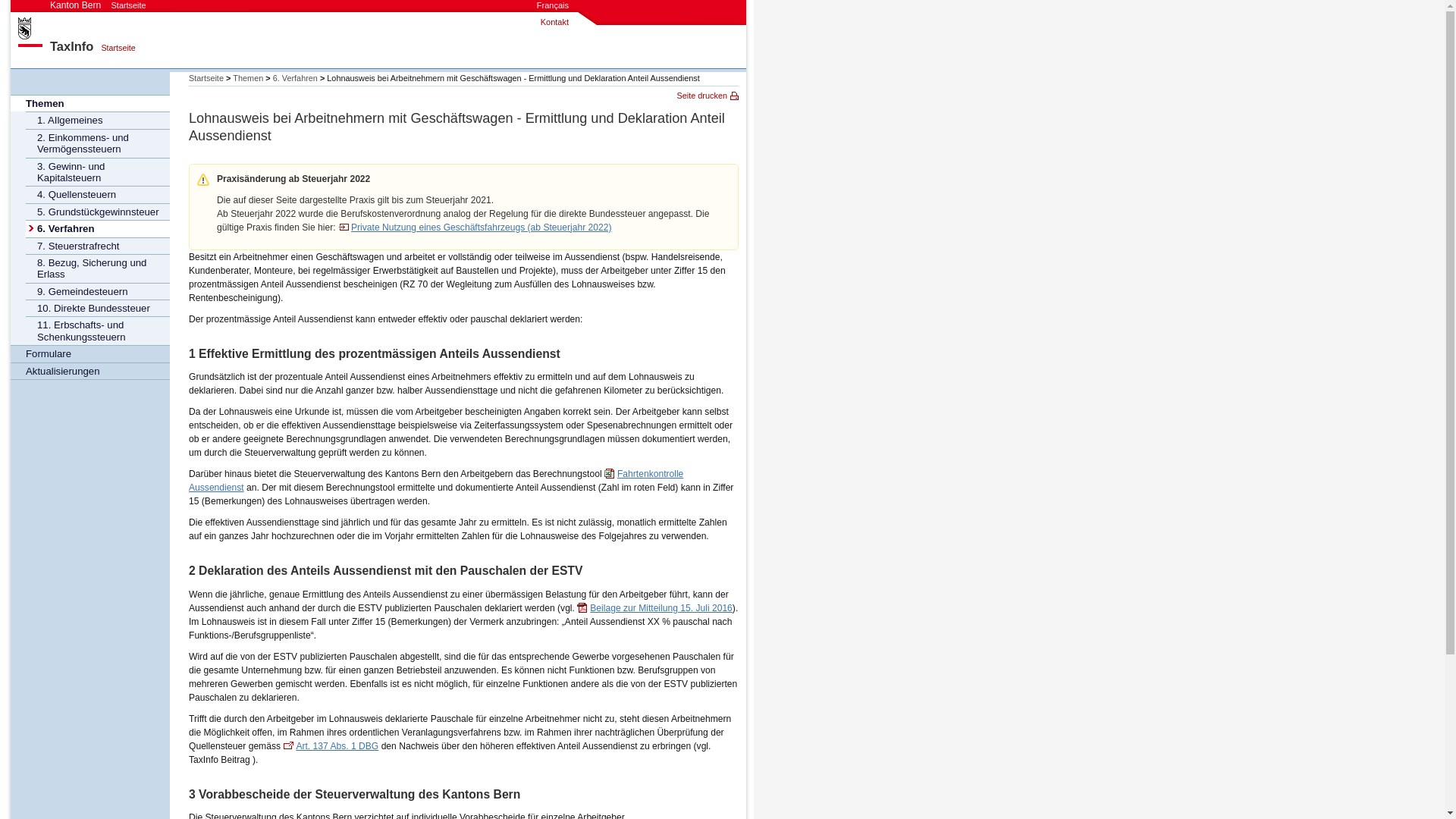 The width and height of the screenshot is (1456, 819). Describe the element at coordinates (706, 96) in the screenshot. I see `'Seite drucken'` at that location.